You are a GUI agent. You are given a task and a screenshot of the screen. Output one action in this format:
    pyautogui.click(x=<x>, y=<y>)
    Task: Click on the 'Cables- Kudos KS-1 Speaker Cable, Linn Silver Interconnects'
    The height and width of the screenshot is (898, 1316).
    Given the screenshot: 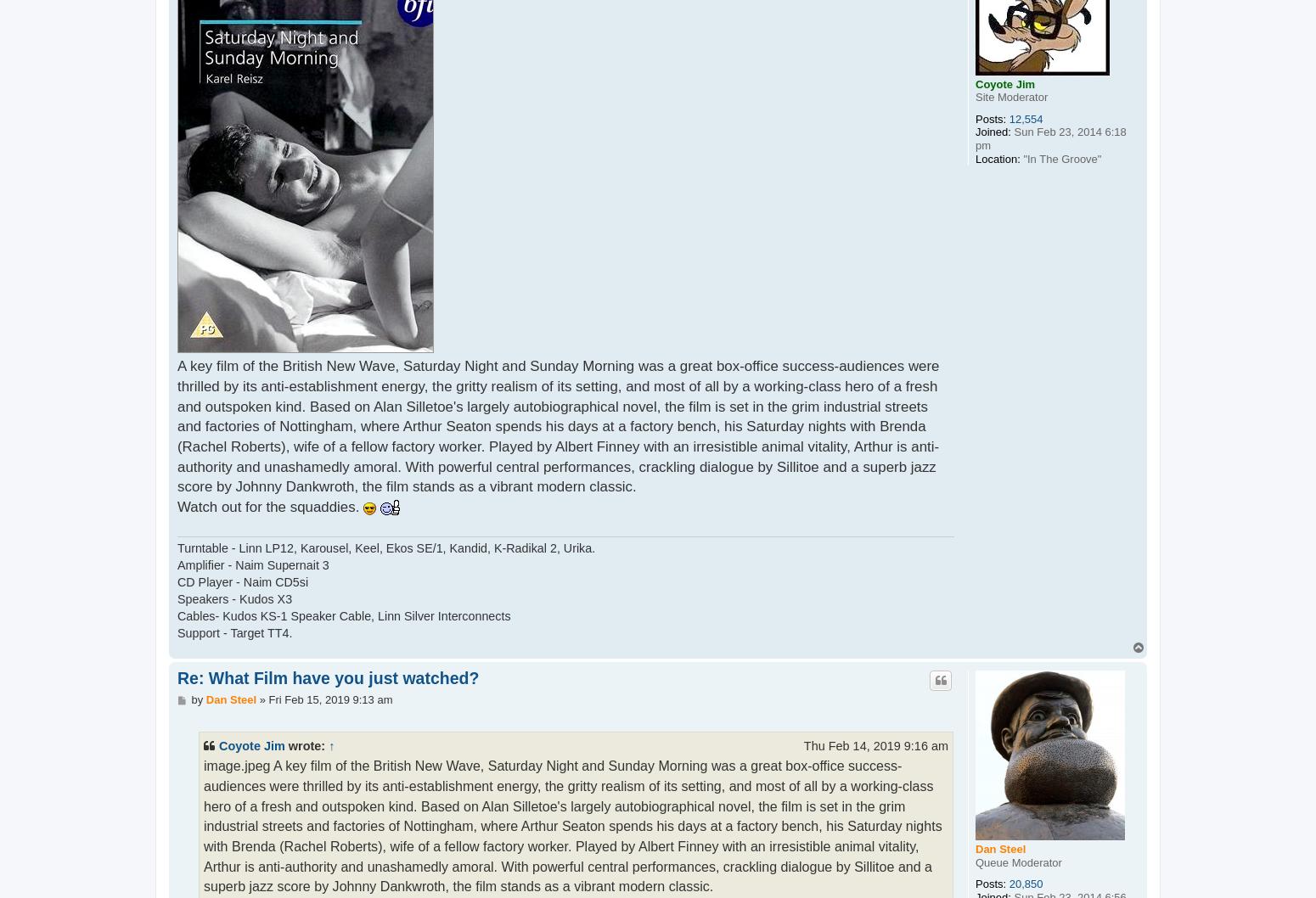 What is the action you would take?
    pyautogui.click(x=344, y=615)
    